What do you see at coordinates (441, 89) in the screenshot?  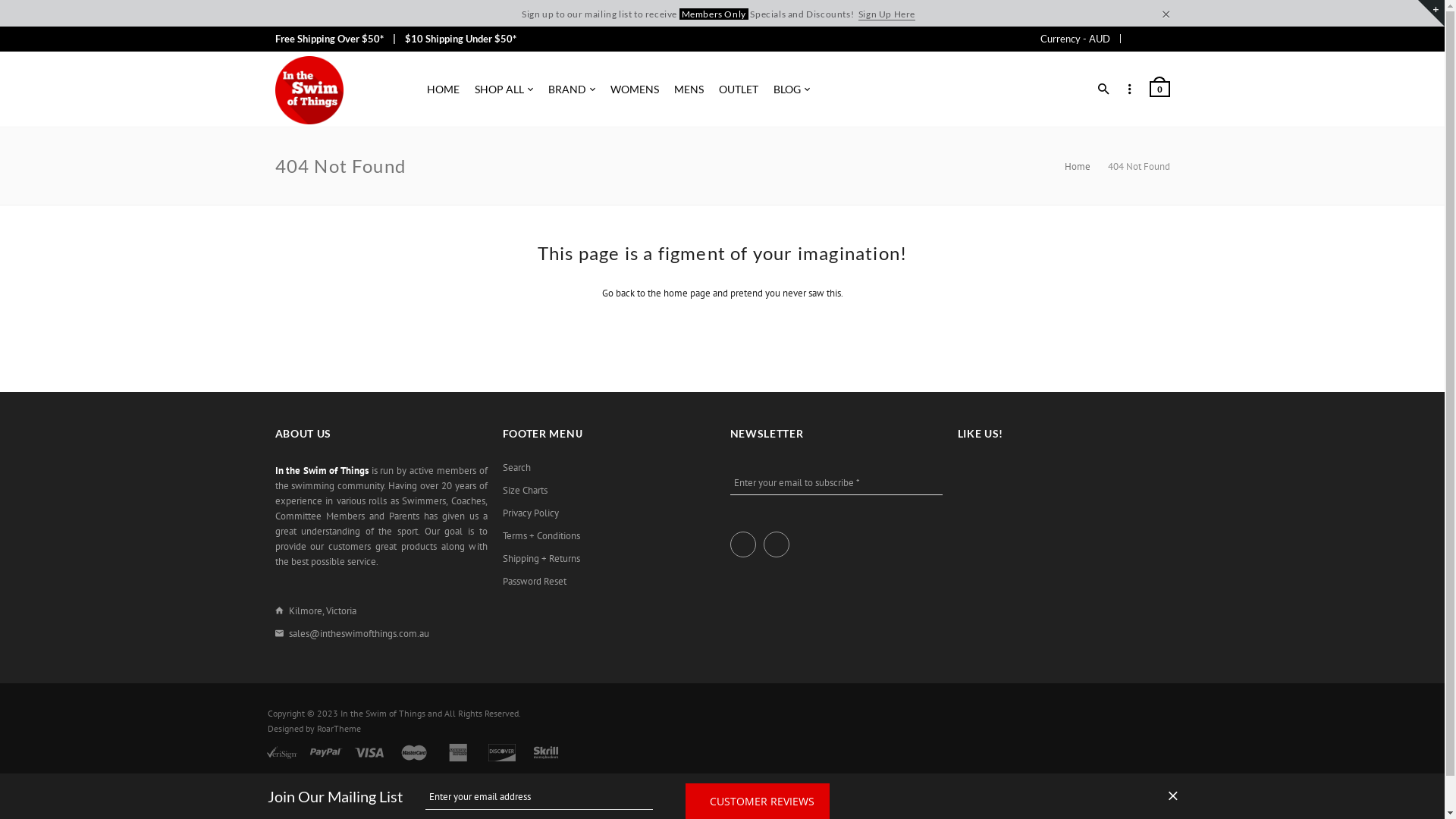 I see `'HOME'` at bounding box center [441, 89].